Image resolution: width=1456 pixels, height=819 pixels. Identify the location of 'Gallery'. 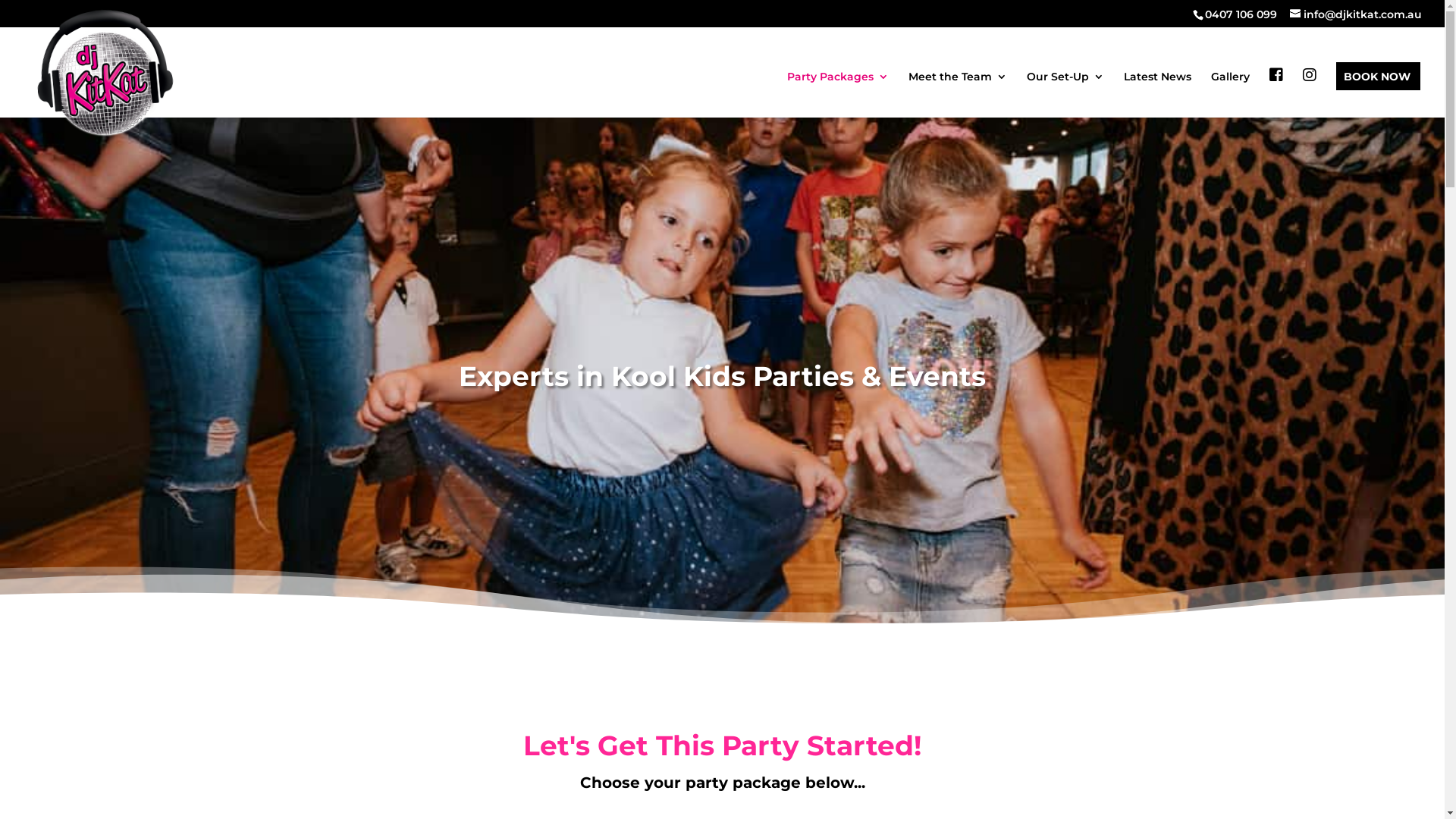
(1230, 93).